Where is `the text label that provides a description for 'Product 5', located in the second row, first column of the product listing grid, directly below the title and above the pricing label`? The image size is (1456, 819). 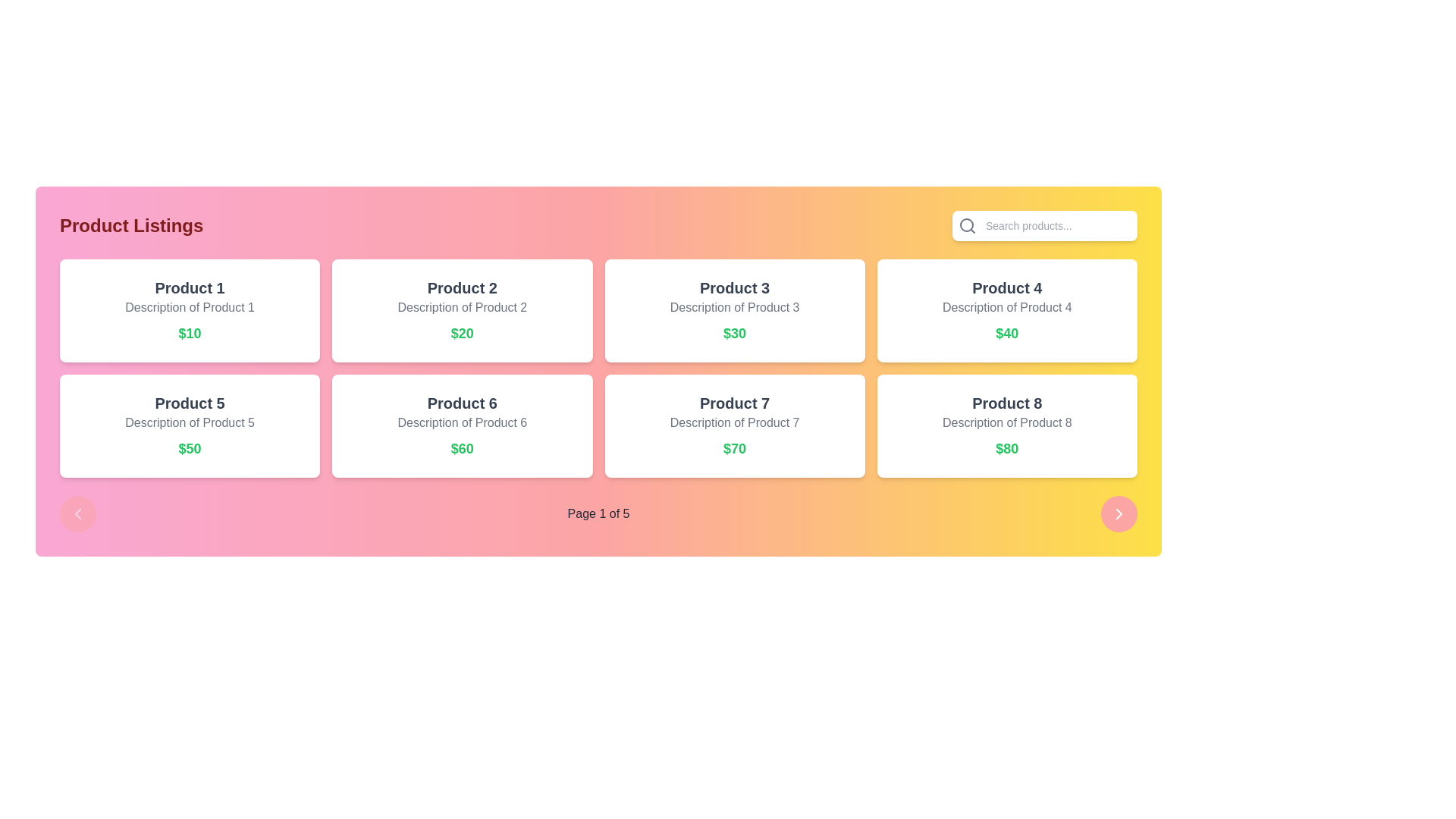 the text label that provides a description for 'Product 5', located in the second row, first column of the product listing grid, directly below the title and above the pricing label is located at coordinates (189, 423).